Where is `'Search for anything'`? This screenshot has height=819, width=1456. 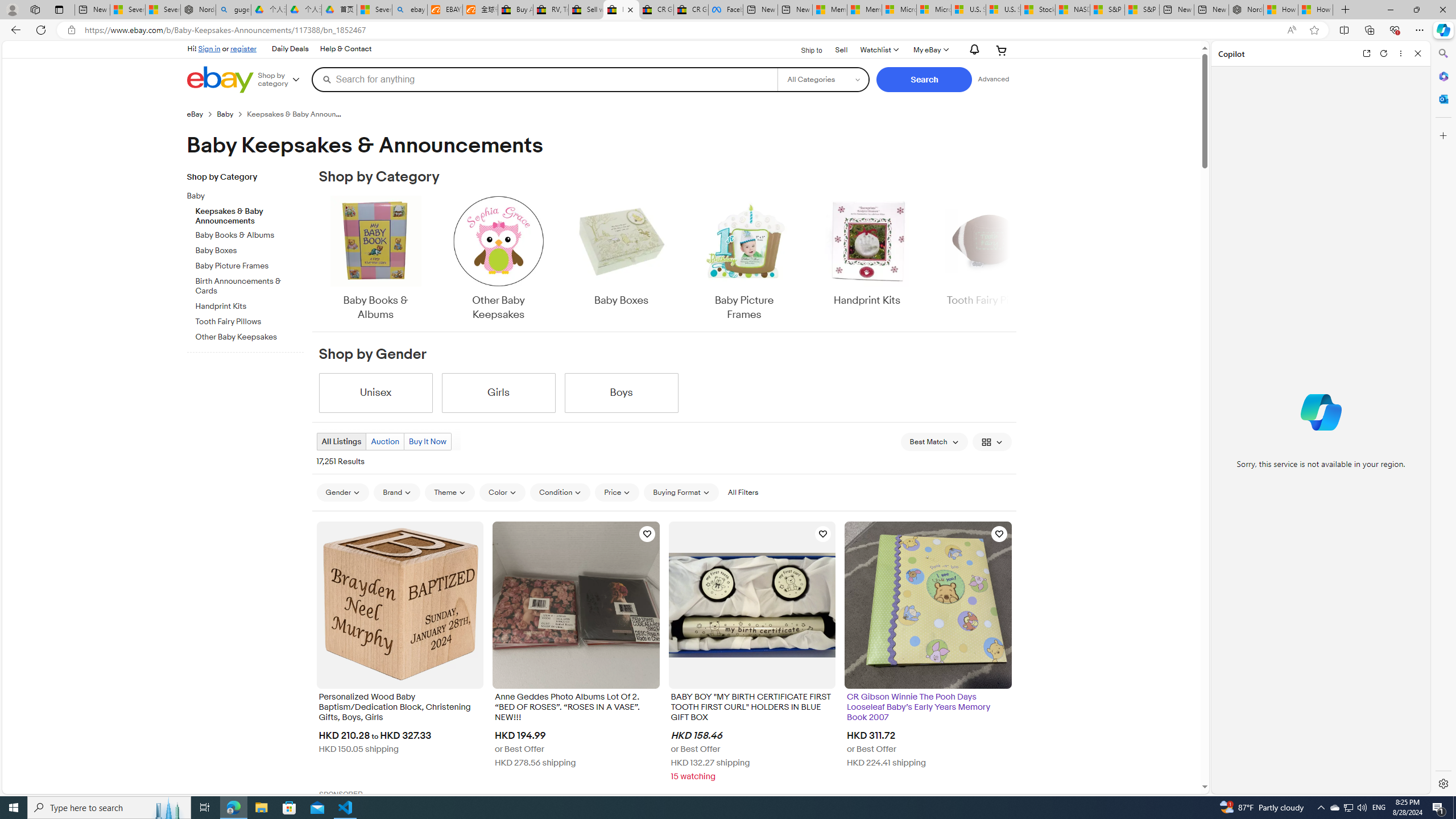
'Search for anything' is located at coordinates (544, 78).